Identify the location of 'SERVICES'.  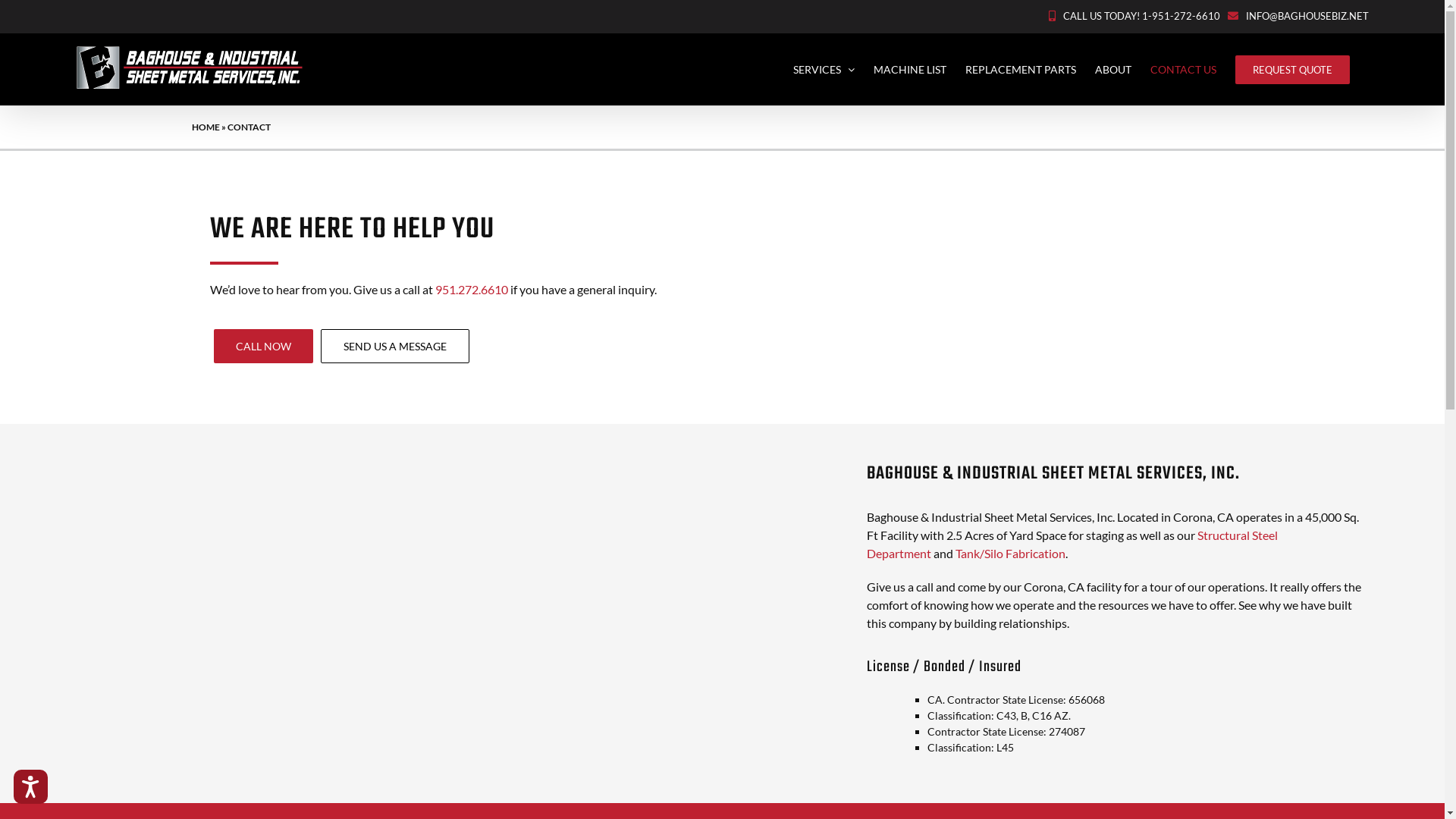
(823, 69).